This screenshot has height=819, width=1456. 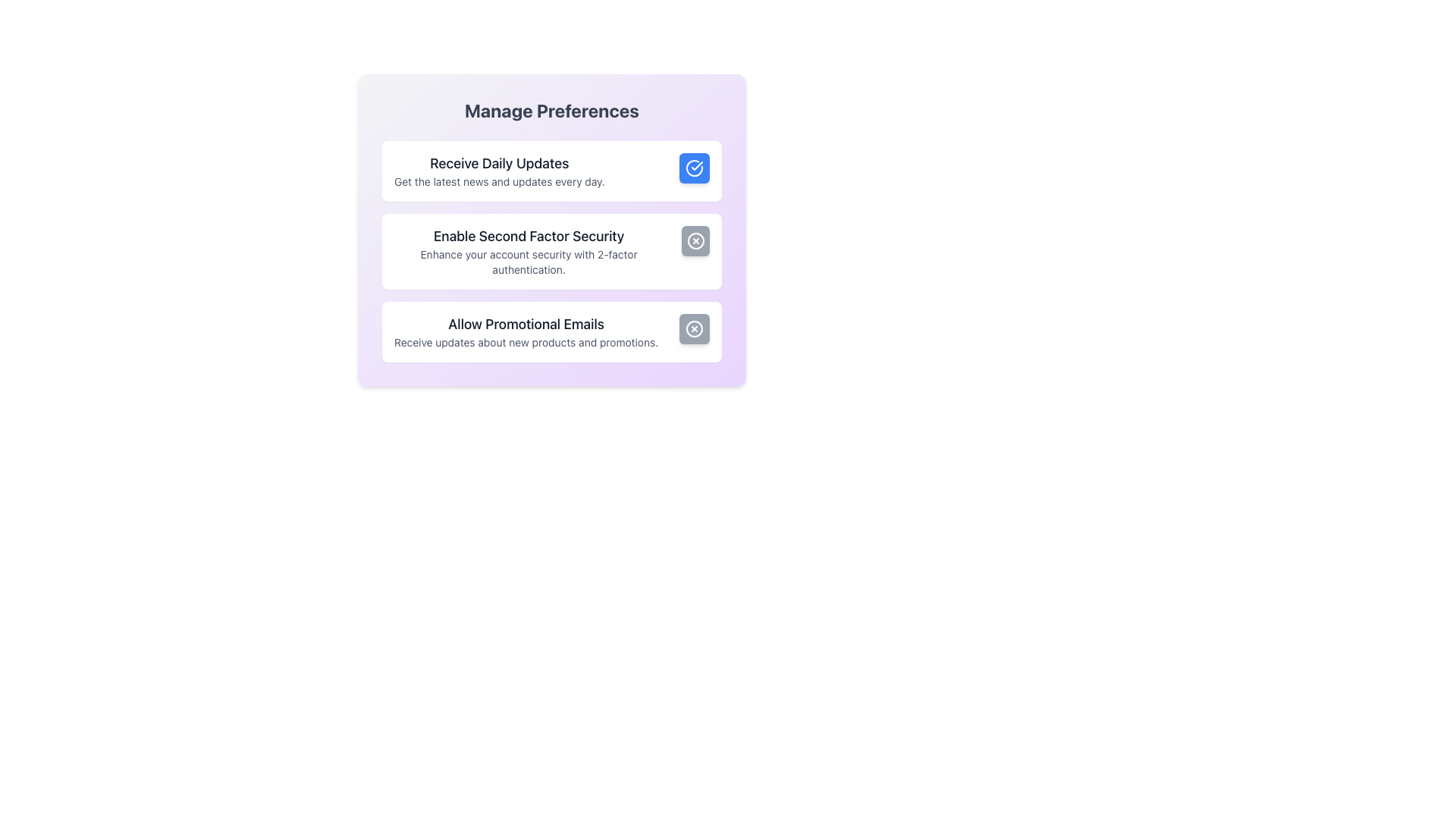 I want to click on the toggle button for 'Receive Daily Updates' located in the top-right corner of the preference management panel, so click(x=694, y=168).